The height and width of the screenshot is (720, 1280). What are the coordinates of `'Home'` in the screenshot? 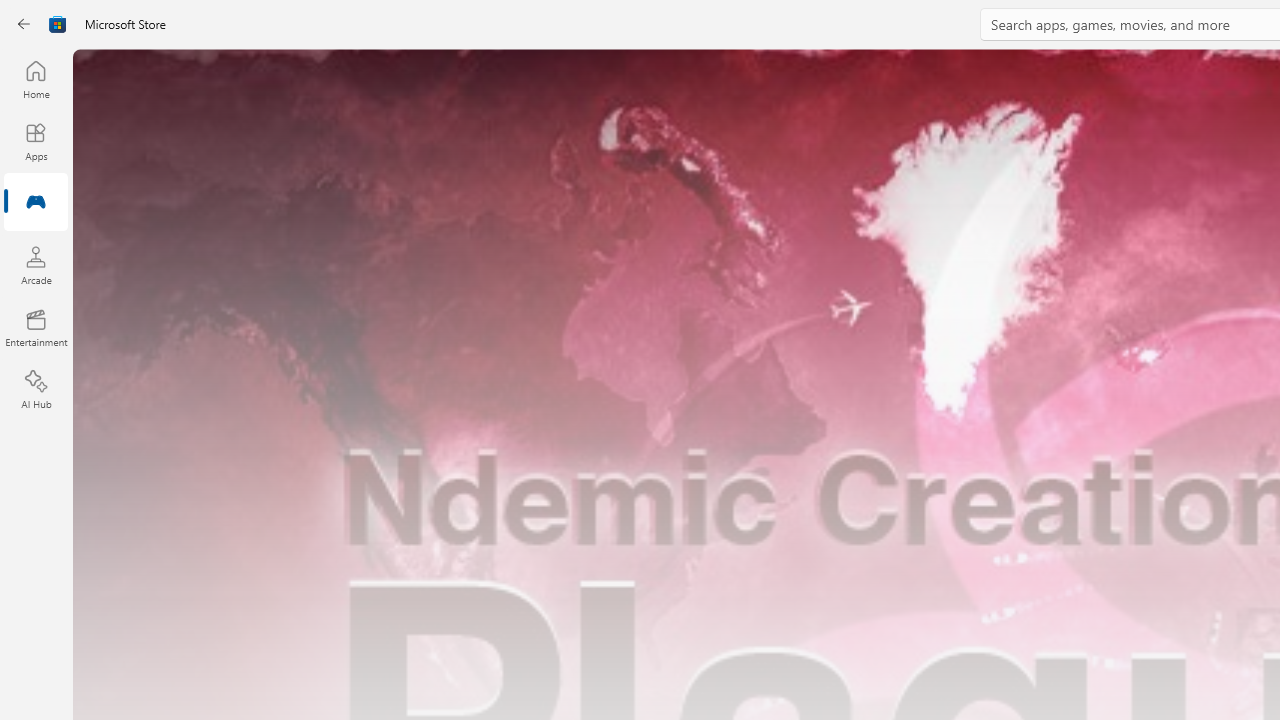 It's located at (35, 78).